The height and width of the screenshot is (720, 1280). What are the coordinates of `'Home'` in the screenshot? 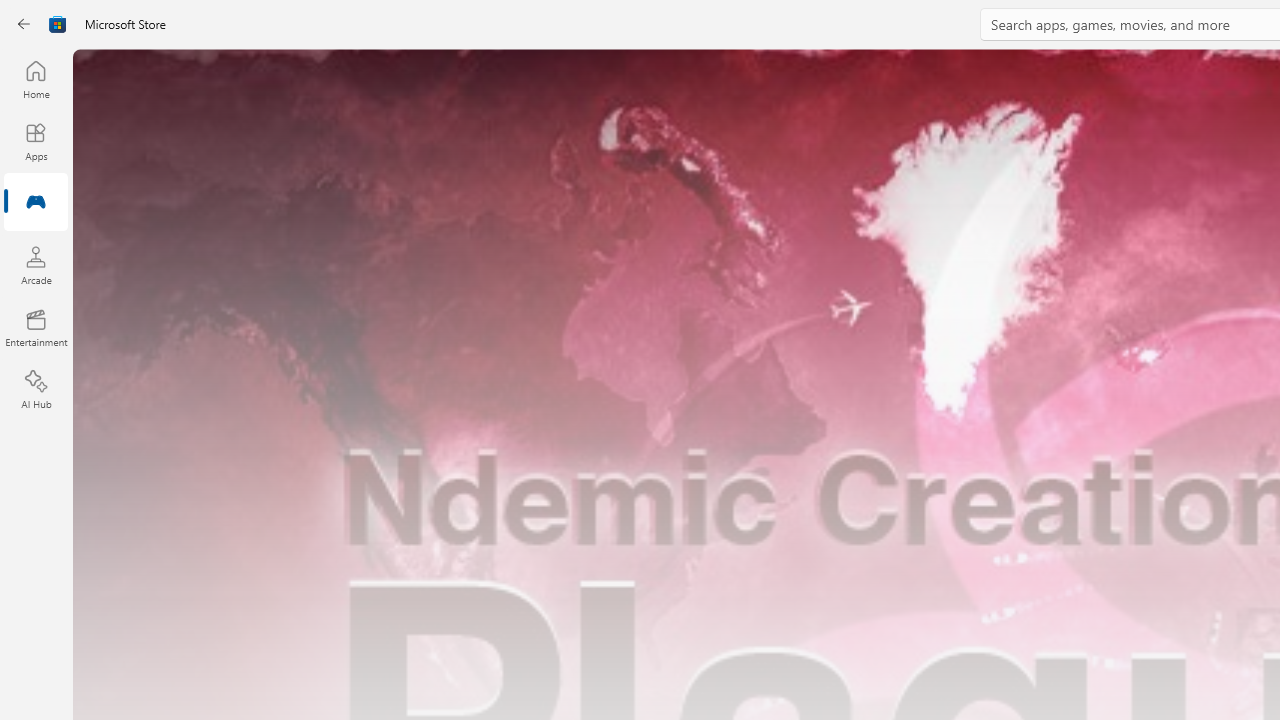 It's located at (35, 78).